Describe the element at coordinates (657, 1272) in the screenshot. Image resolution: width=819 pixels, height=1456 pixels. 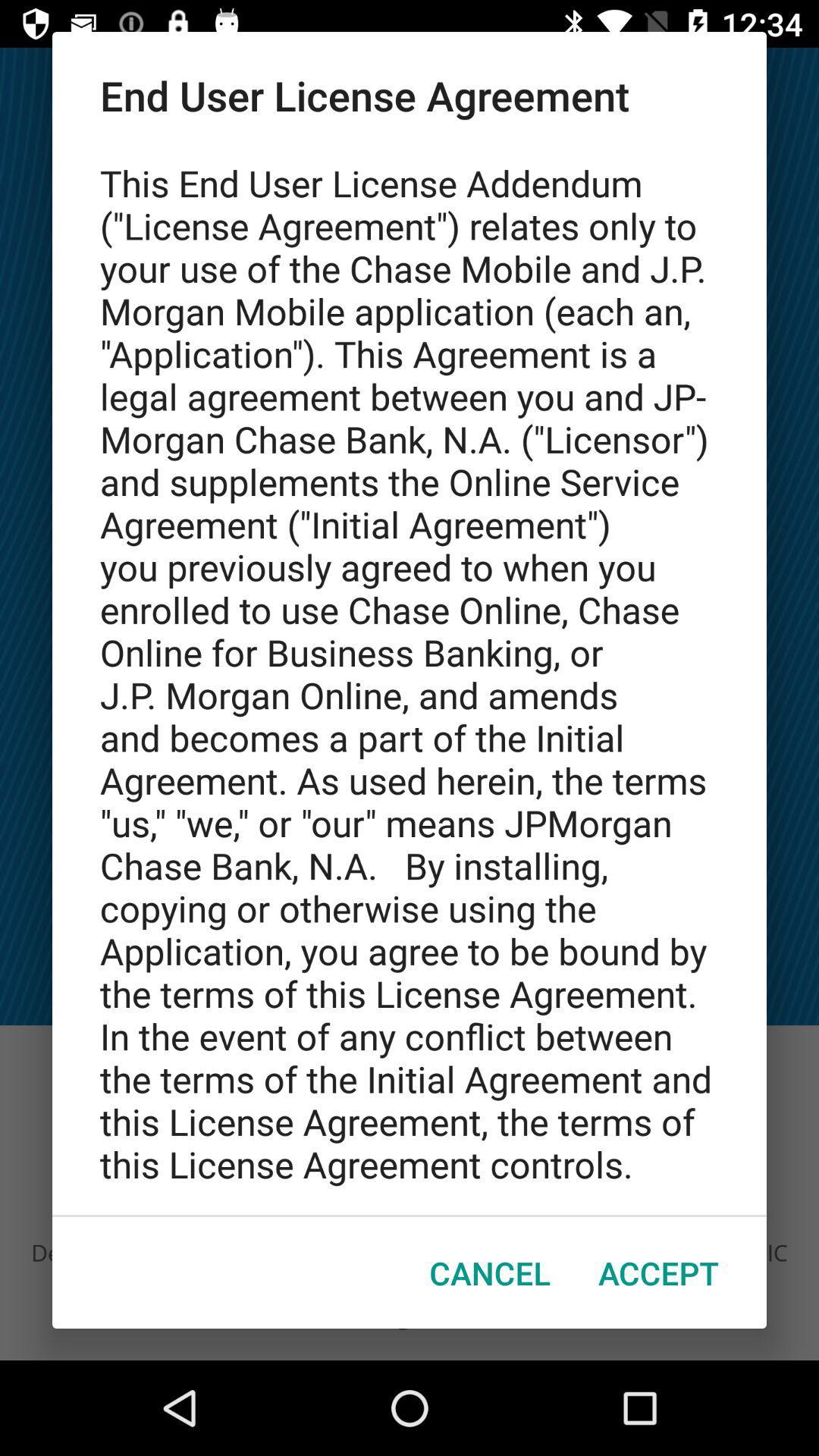
I see `the app below this end user app` at that location.